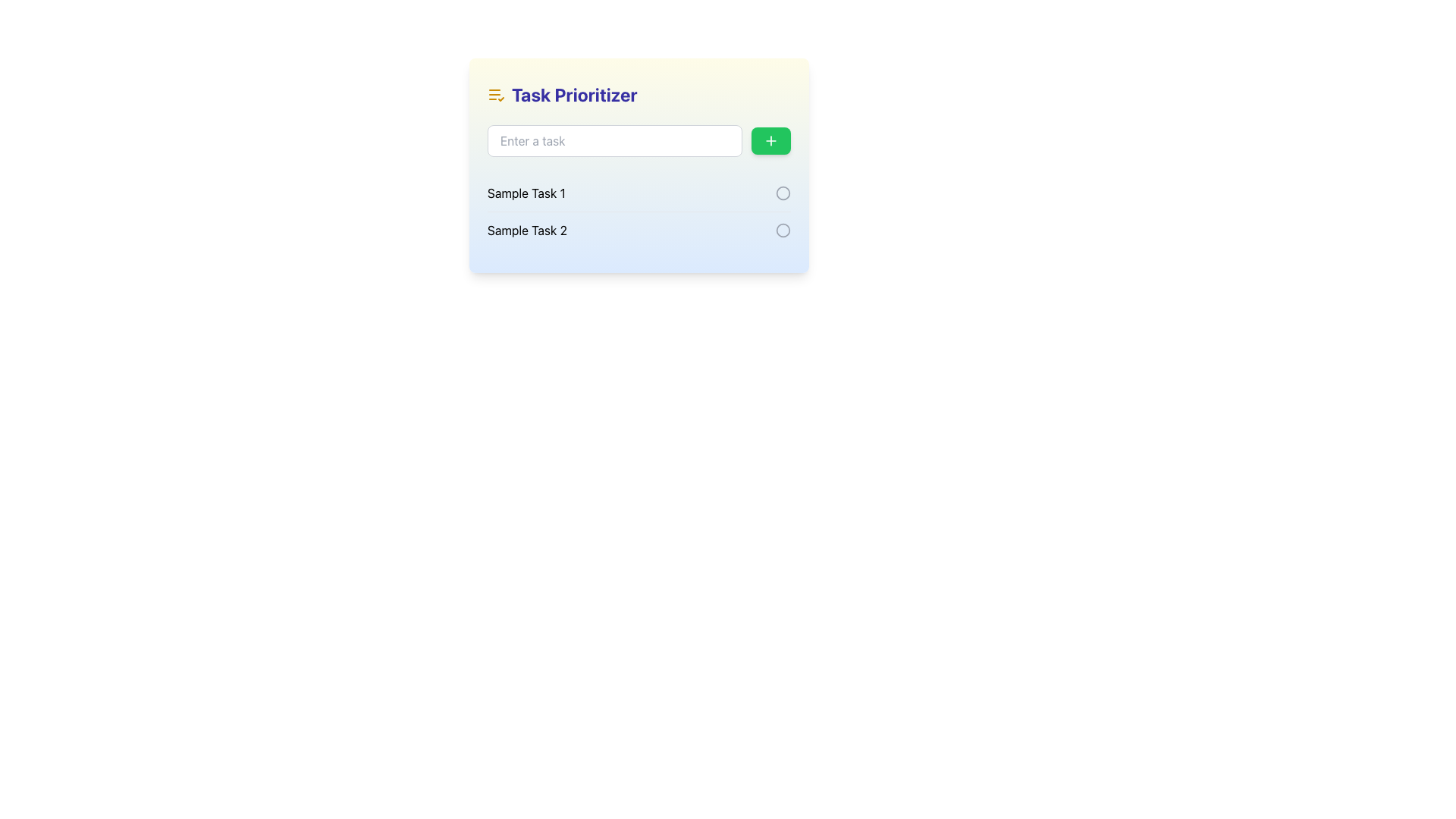  What do you see at coordinates (496, 94) in the screenshot?
I see `the task management icon located to the left of the 'Task Prioritizer' text in the header section` at bounding box center [496, 94].